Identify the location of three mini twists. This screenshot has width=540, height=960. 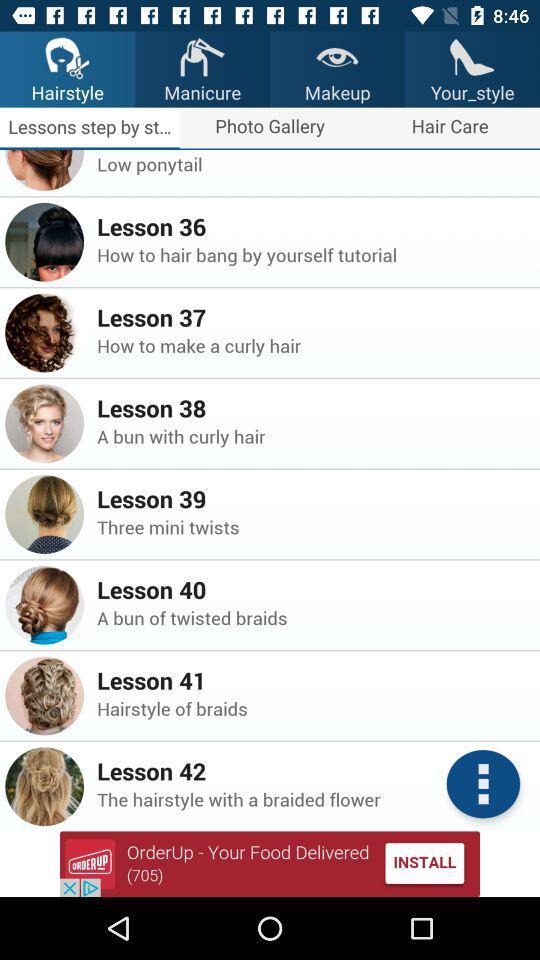
(312, 526).